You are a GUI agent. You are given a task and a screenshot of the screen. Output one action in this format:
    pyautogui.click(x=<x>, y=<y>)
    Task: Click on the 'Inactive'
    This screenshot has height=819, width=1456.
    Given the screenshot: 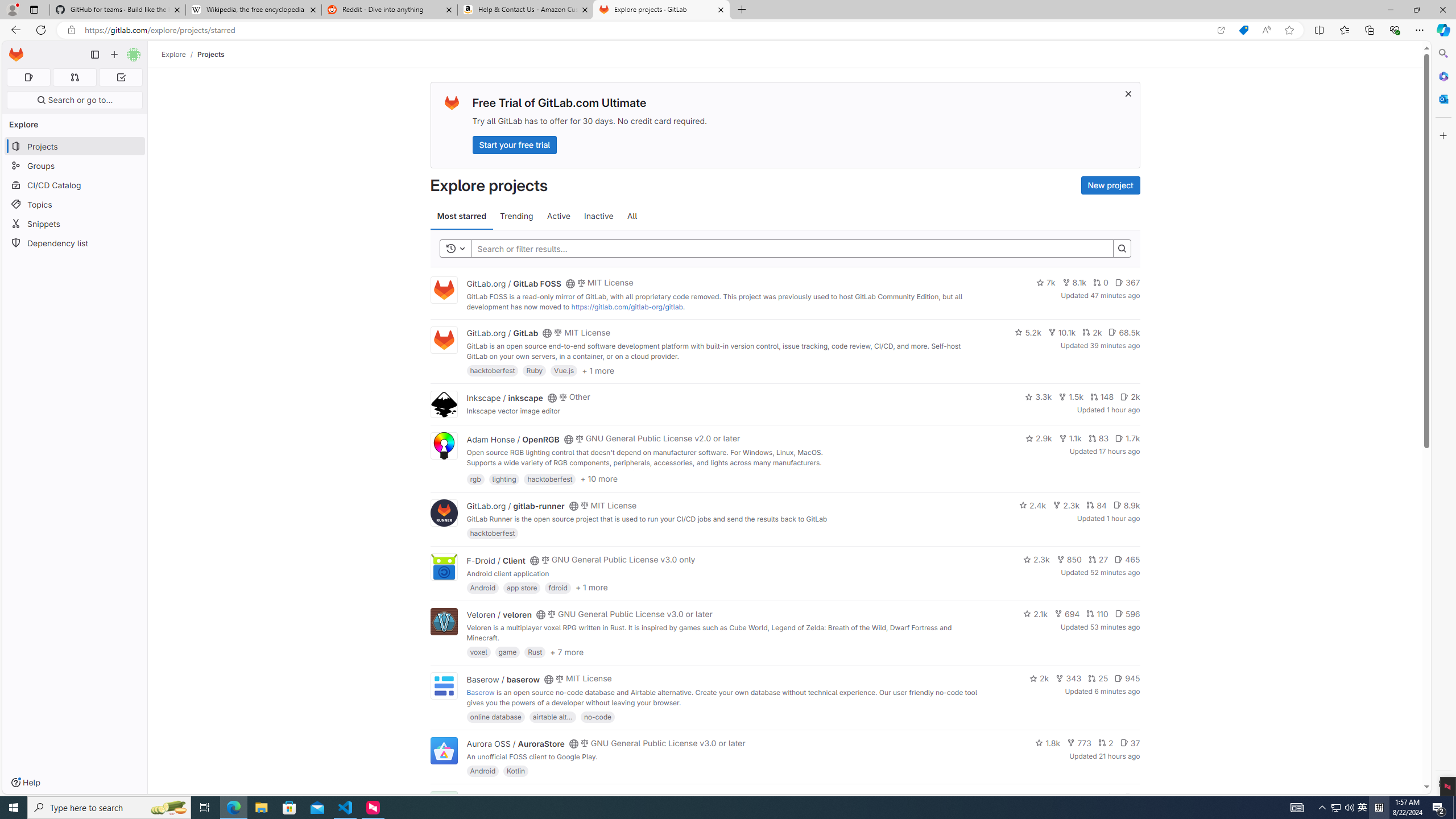 What is the action you would take?
    pyautogui.click(x=598, y=216)
    